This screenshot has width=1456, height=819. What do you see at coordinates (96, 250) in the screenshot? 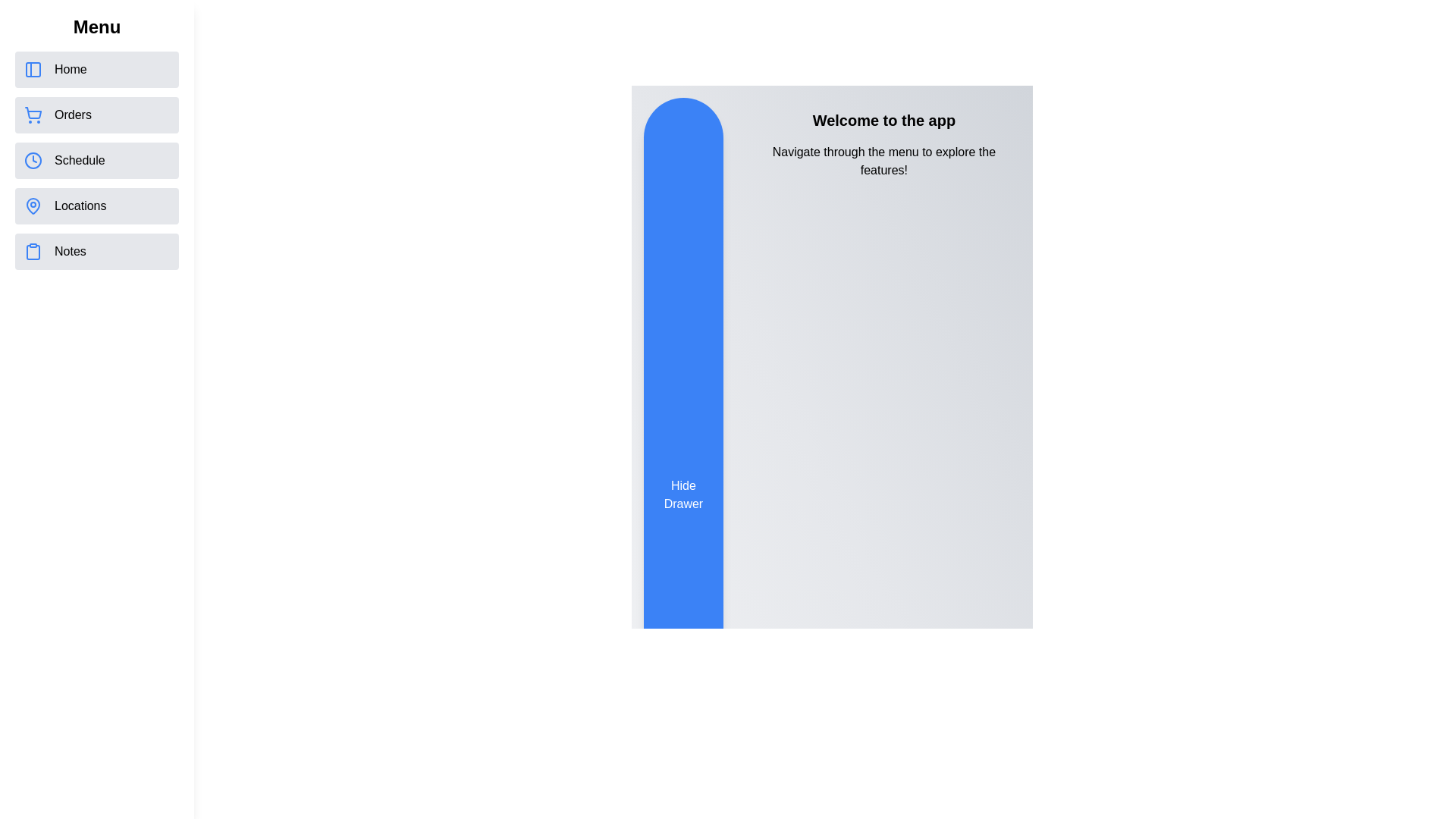
I see `the menu item Notes to navigate` at bounding box center [96, 250].